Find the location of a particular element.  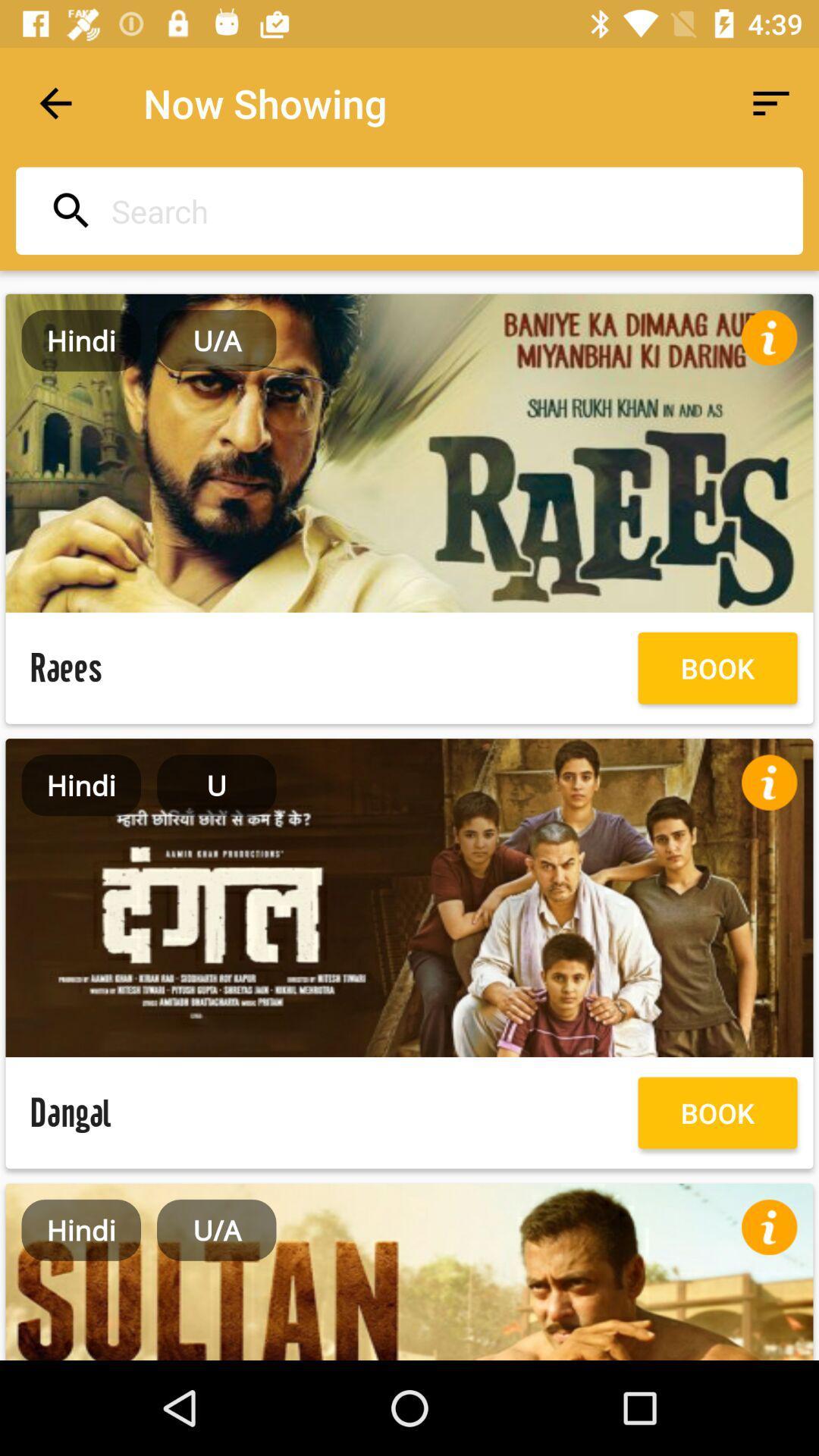

show info is located at coordinates (769, 337).